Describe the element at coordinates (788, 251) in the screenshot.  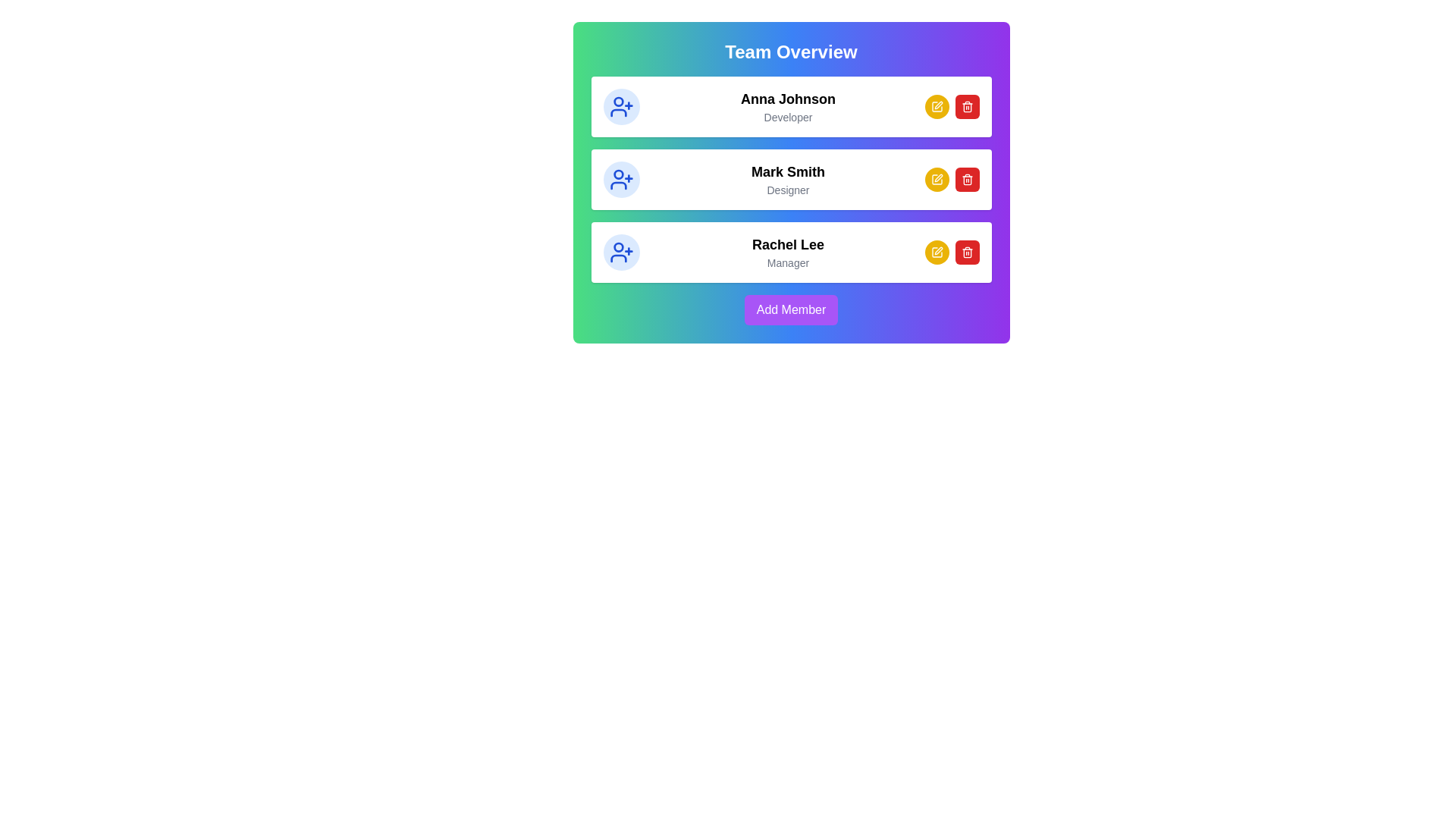
I see `the text label displaying the name 'Rachel Lee' and the role 'Manager' in the profile card within the 'Team Overview' section` at that location.